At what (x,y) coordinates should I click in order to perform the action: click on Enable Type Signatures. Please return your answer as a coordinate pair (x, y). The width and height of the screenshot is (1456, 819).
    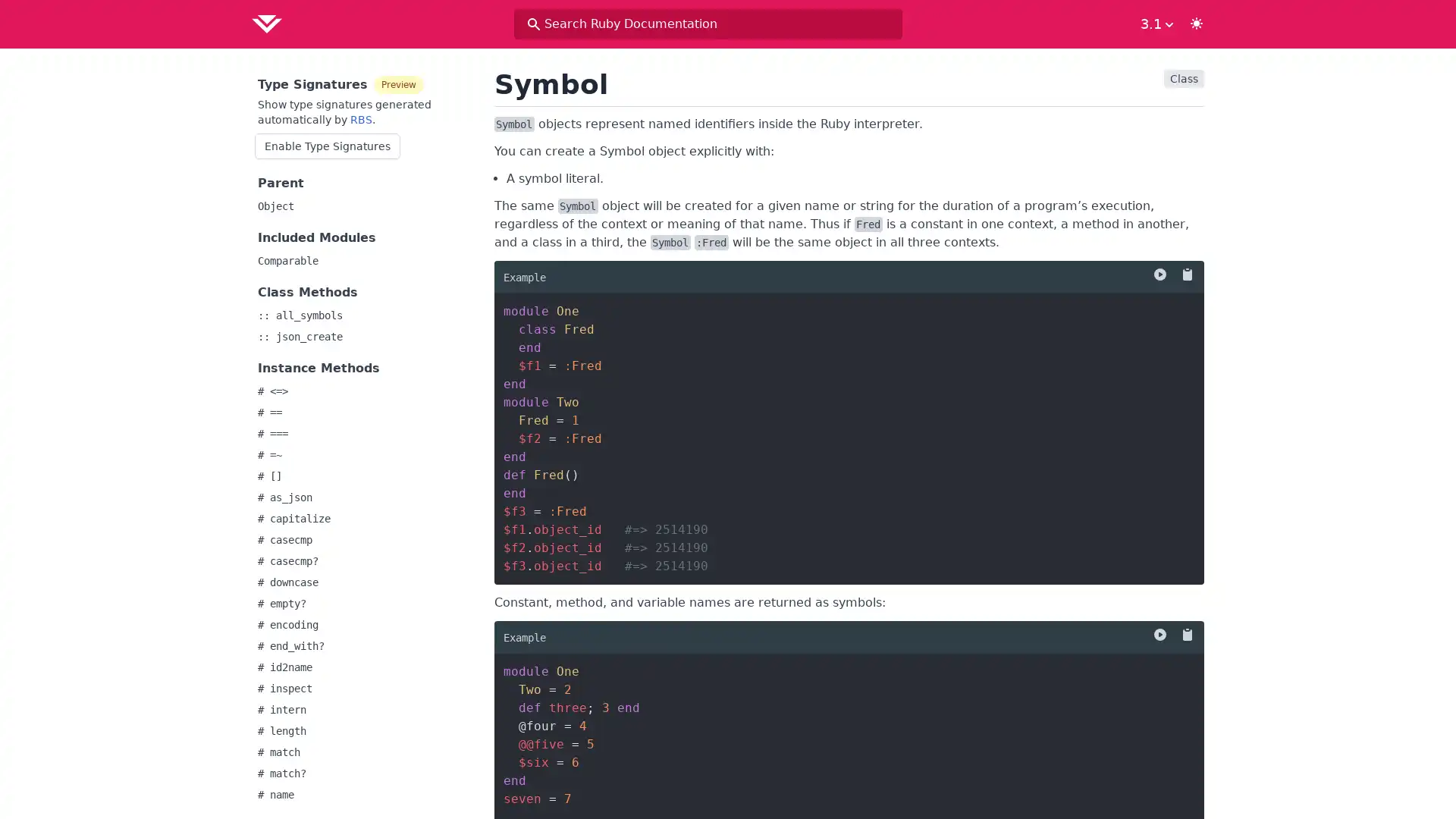
    Looking at the image, I should click on (327, 146).